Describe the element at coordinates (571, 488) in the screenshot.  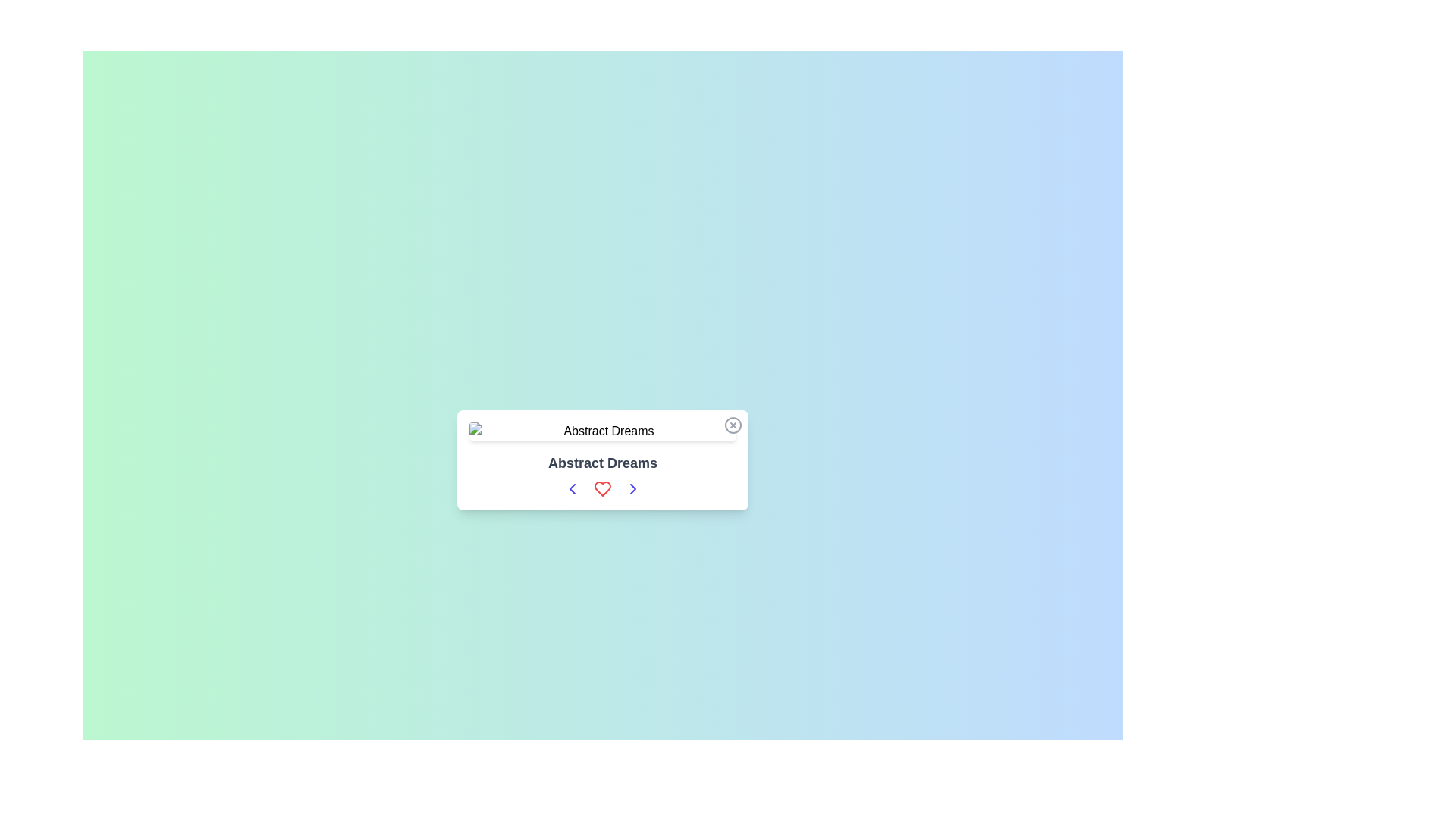
I see `the leftmost button in the horizontal row of controls below the 'Abstract Dreams' text` at that location.